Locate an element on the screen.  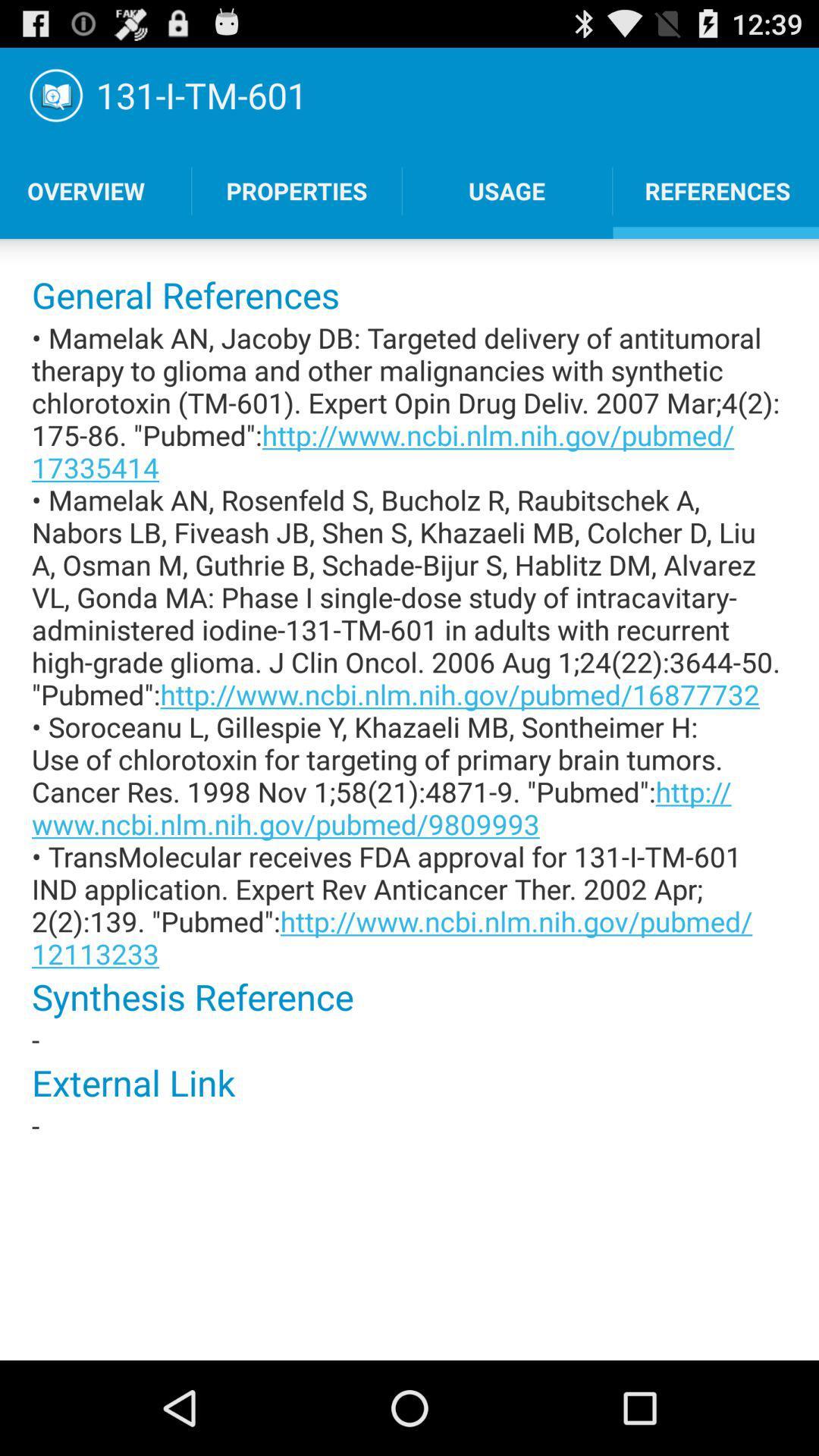
the icon below the external link is located at coordinates (409, 1125).